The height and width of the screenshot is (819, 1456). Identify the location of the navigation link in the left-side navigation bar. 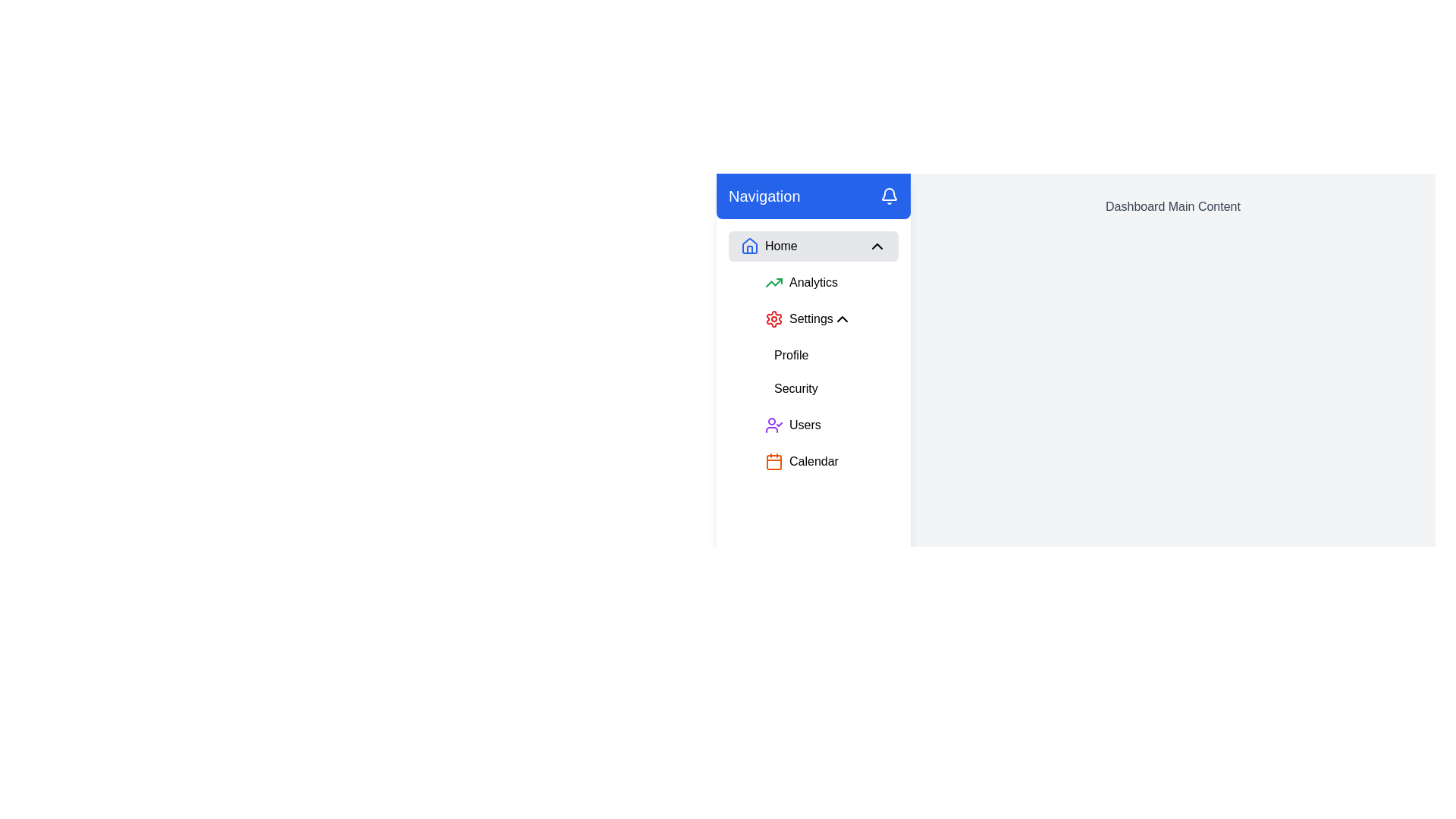
(798, 318).